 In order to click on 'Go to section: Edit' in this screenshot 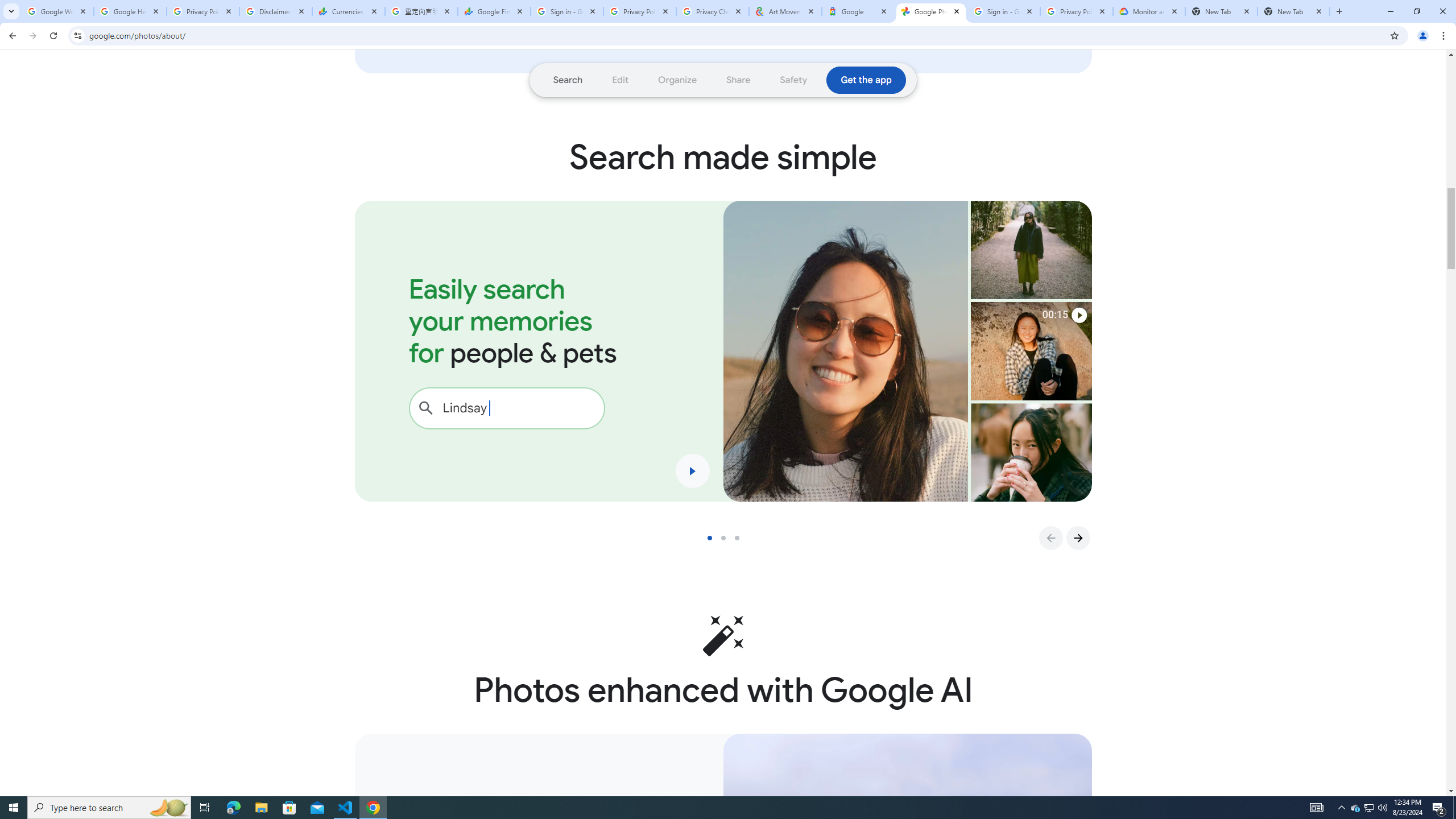, I will do `click(621, 80)`.